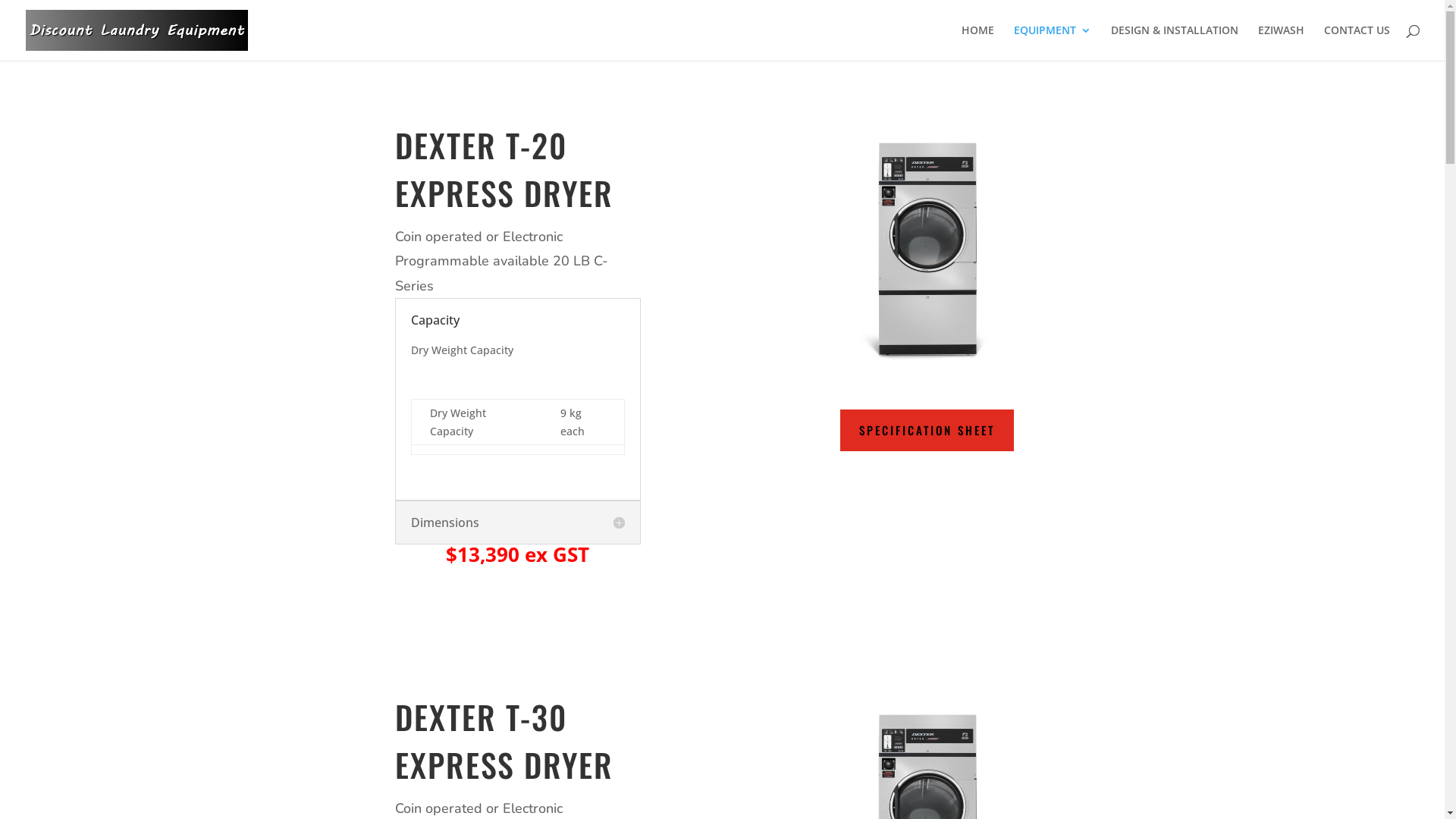  What do you see at coordinates (1323, 42) in the screenshot?
I see `'CONTACT US'` at bounding box center [1323, 42].